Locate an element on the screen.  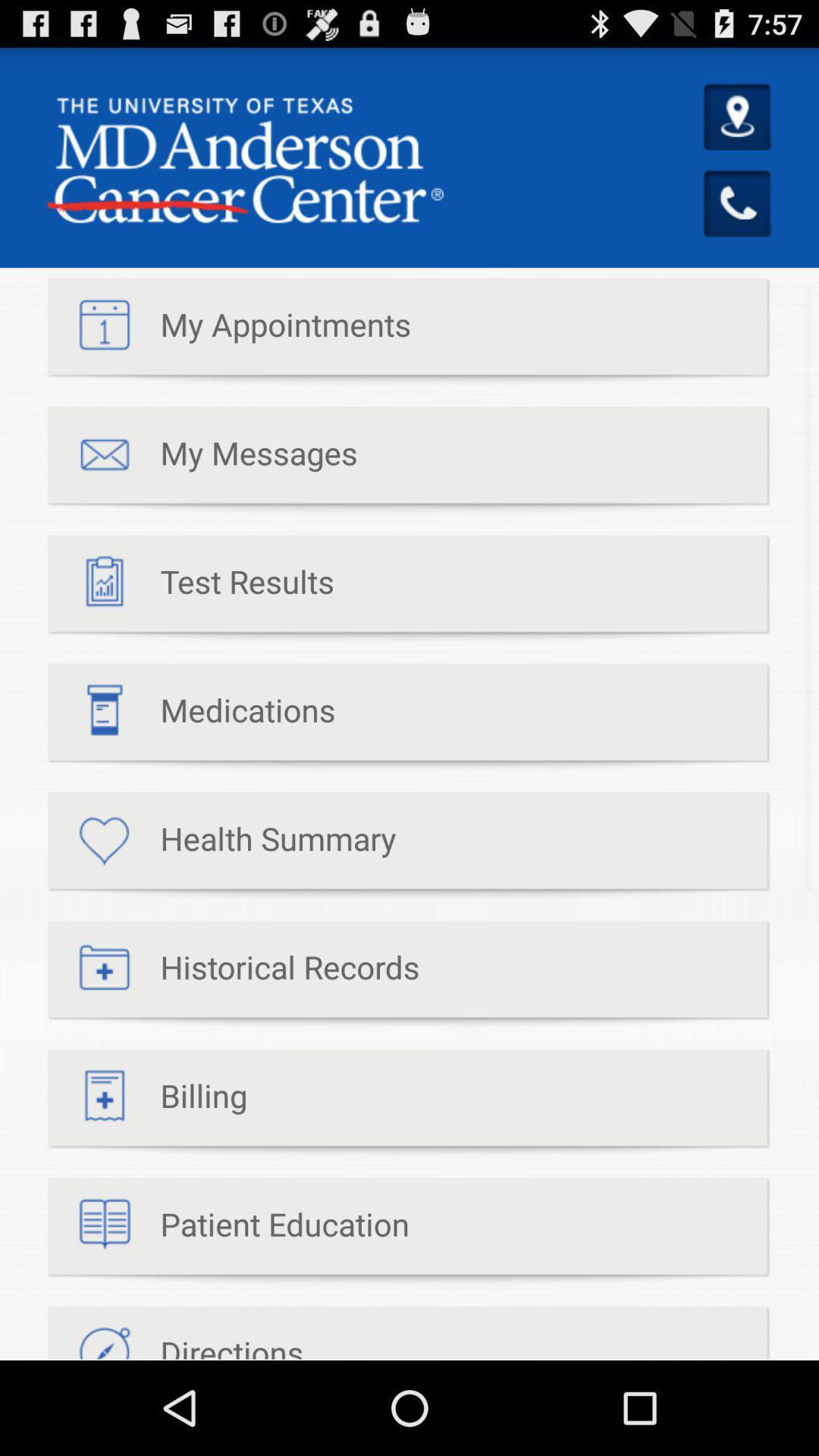
the medications icon is located at coordinates (190, 717).